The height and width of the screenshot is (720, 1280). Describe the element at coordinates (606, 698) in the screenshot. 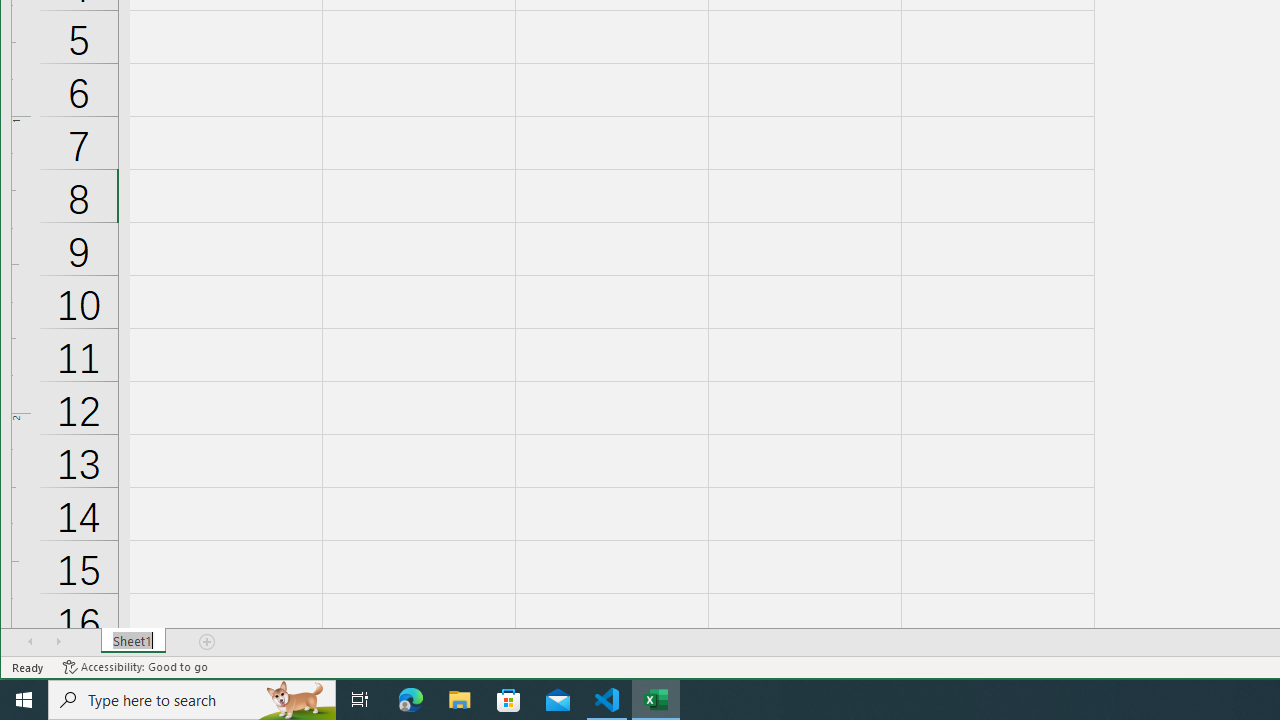

I see `'Visual Studio Code - 1 running window'` at that location.